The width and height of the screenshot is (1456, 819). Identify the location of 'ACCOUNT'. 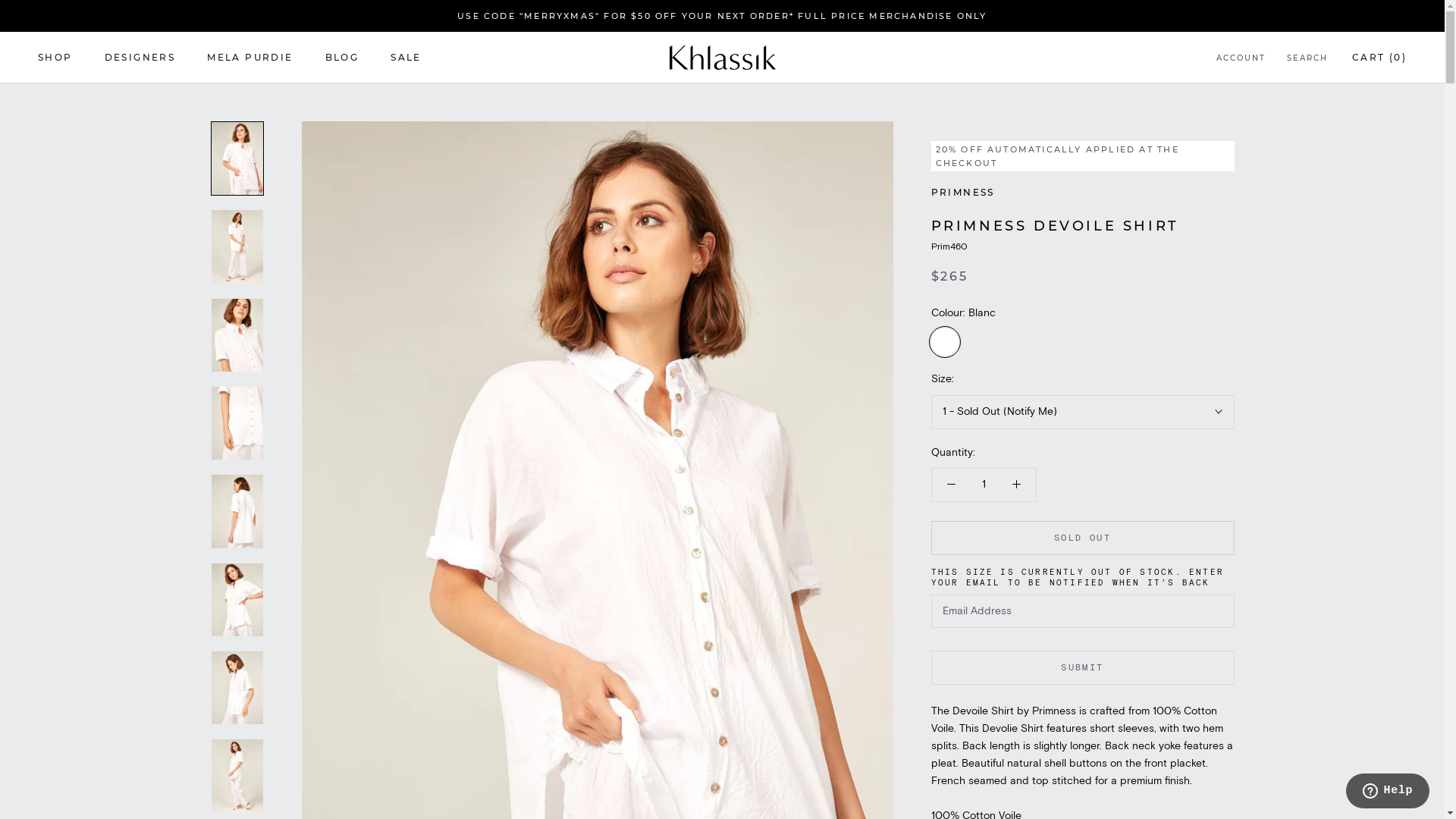
(1241, 58).